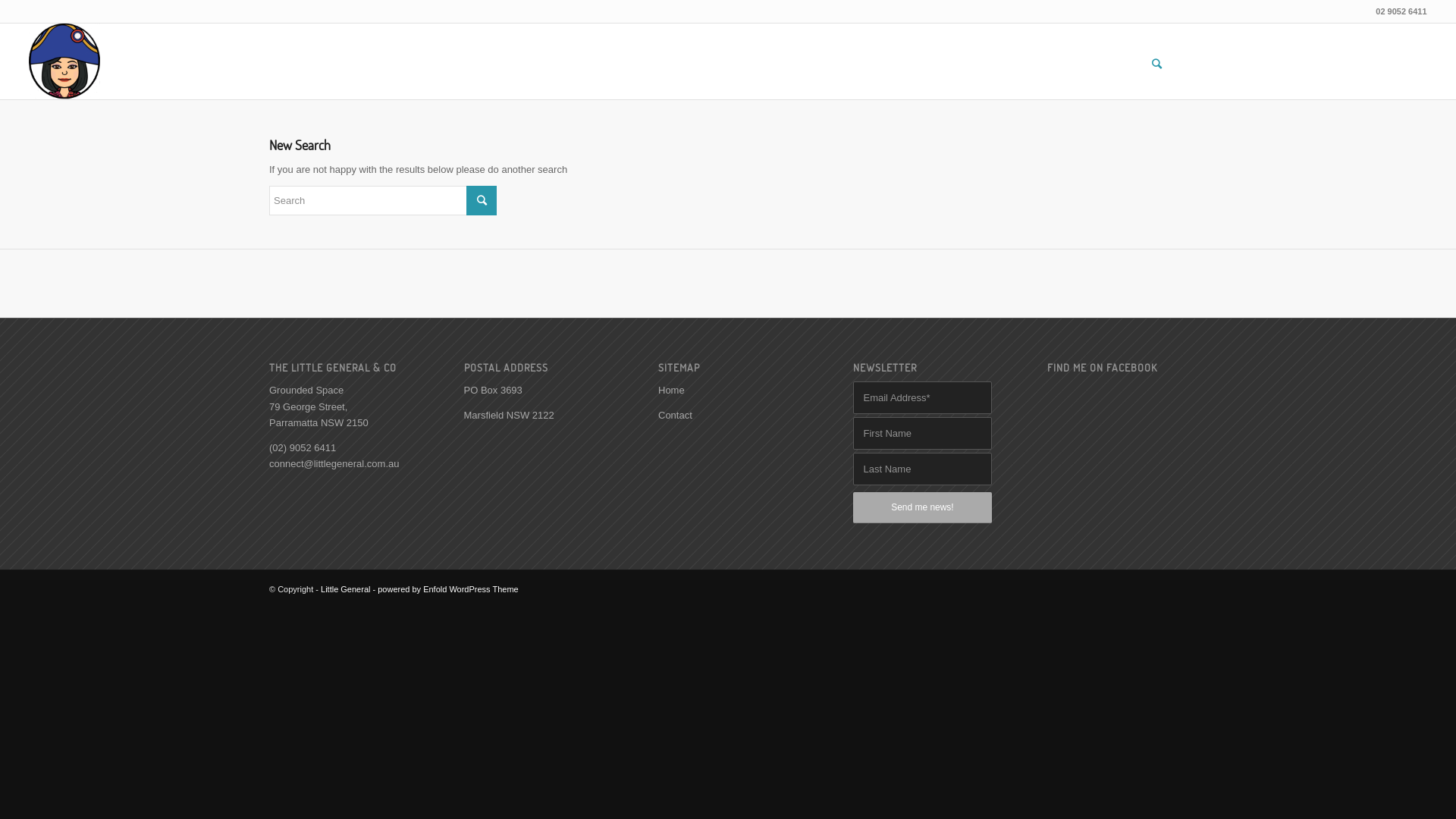 Image resolution: width=1456 pixels, height=819 pixels. I want to click on 'connect@littlegeneral.com.au', so click(333, 463).